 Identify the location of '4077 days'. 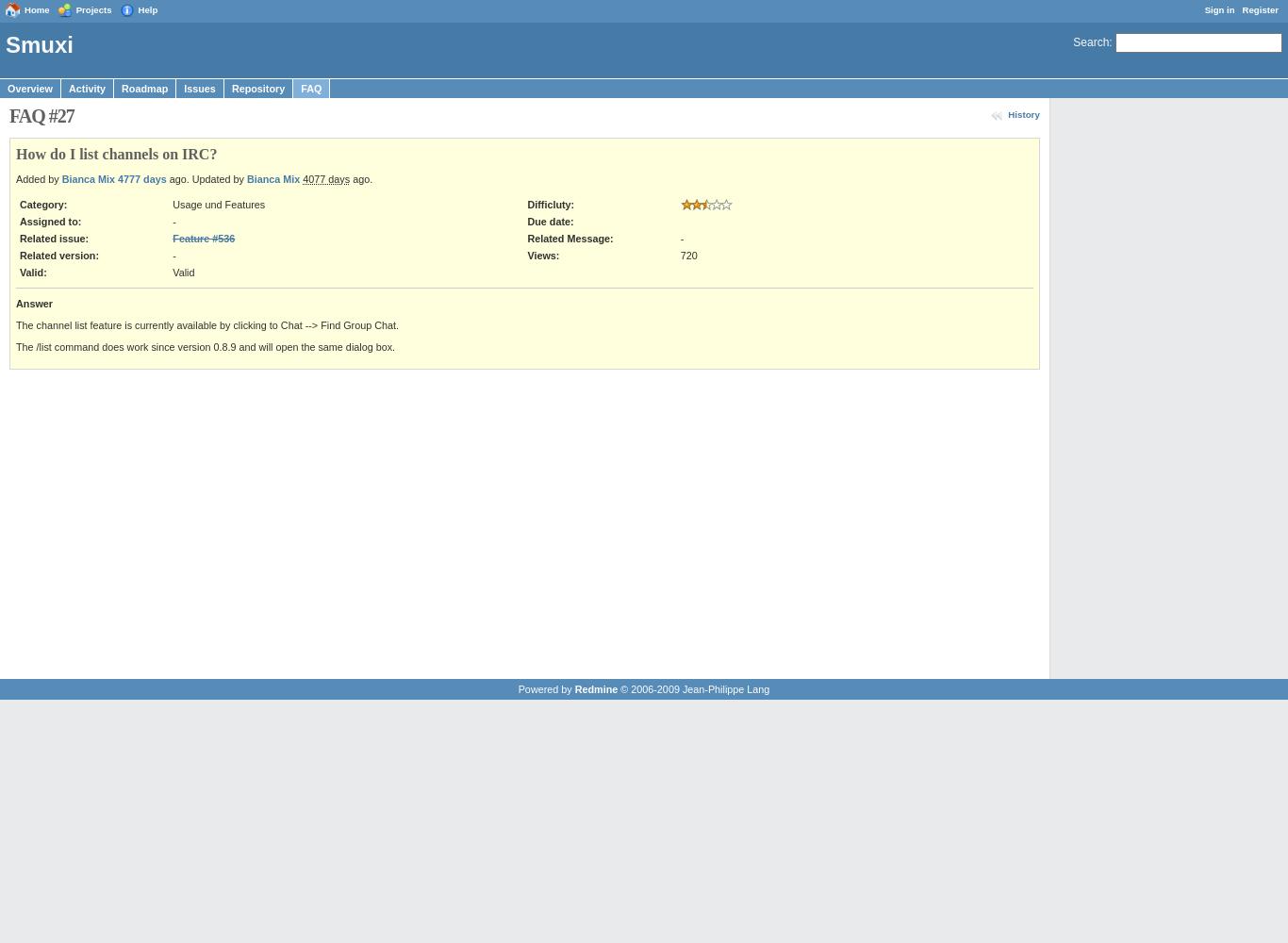
(325, 178).